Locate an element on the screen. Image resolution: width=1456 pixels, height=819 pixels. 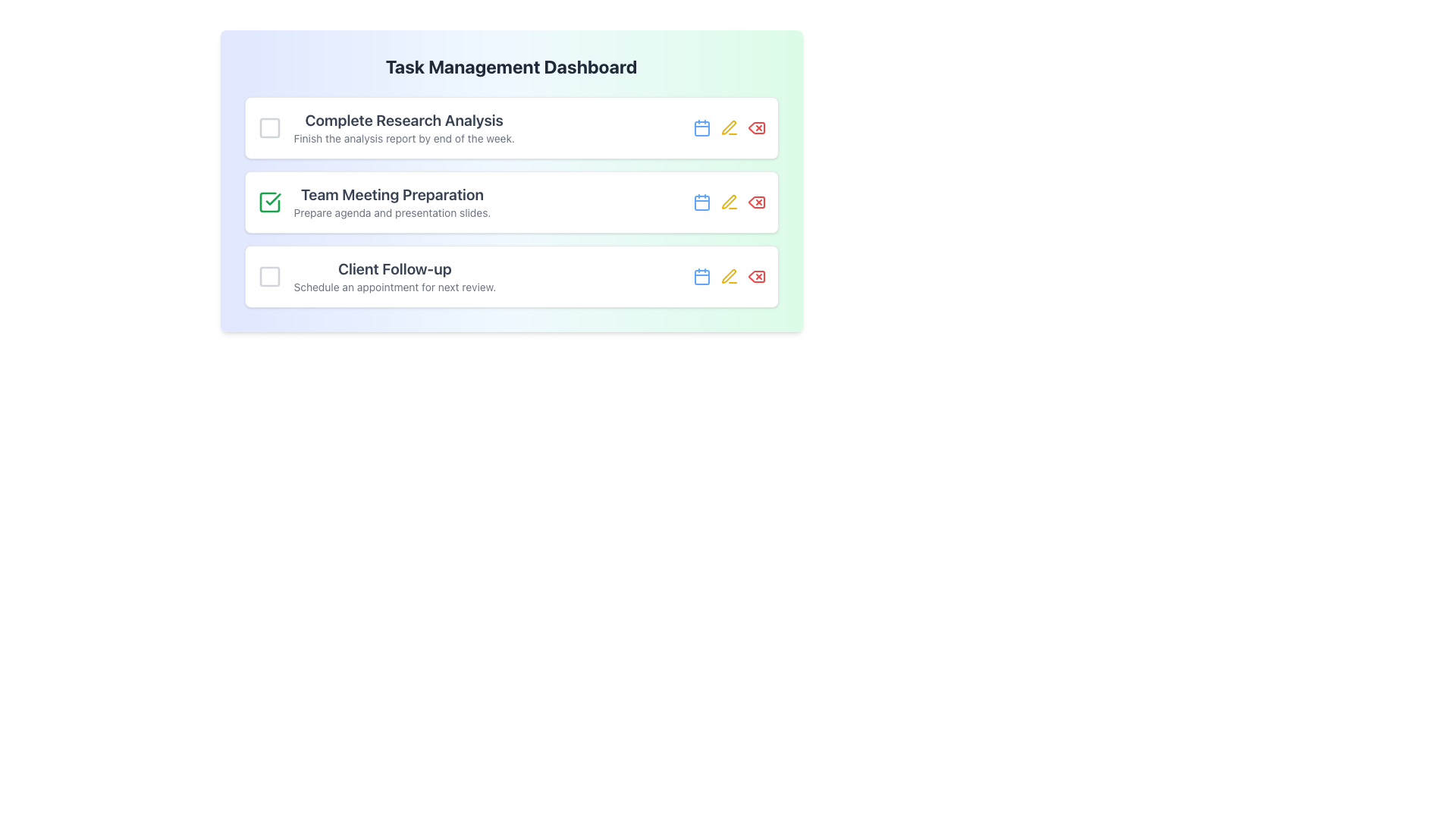
the checkbox icon located is located at coordinates (269, 277).